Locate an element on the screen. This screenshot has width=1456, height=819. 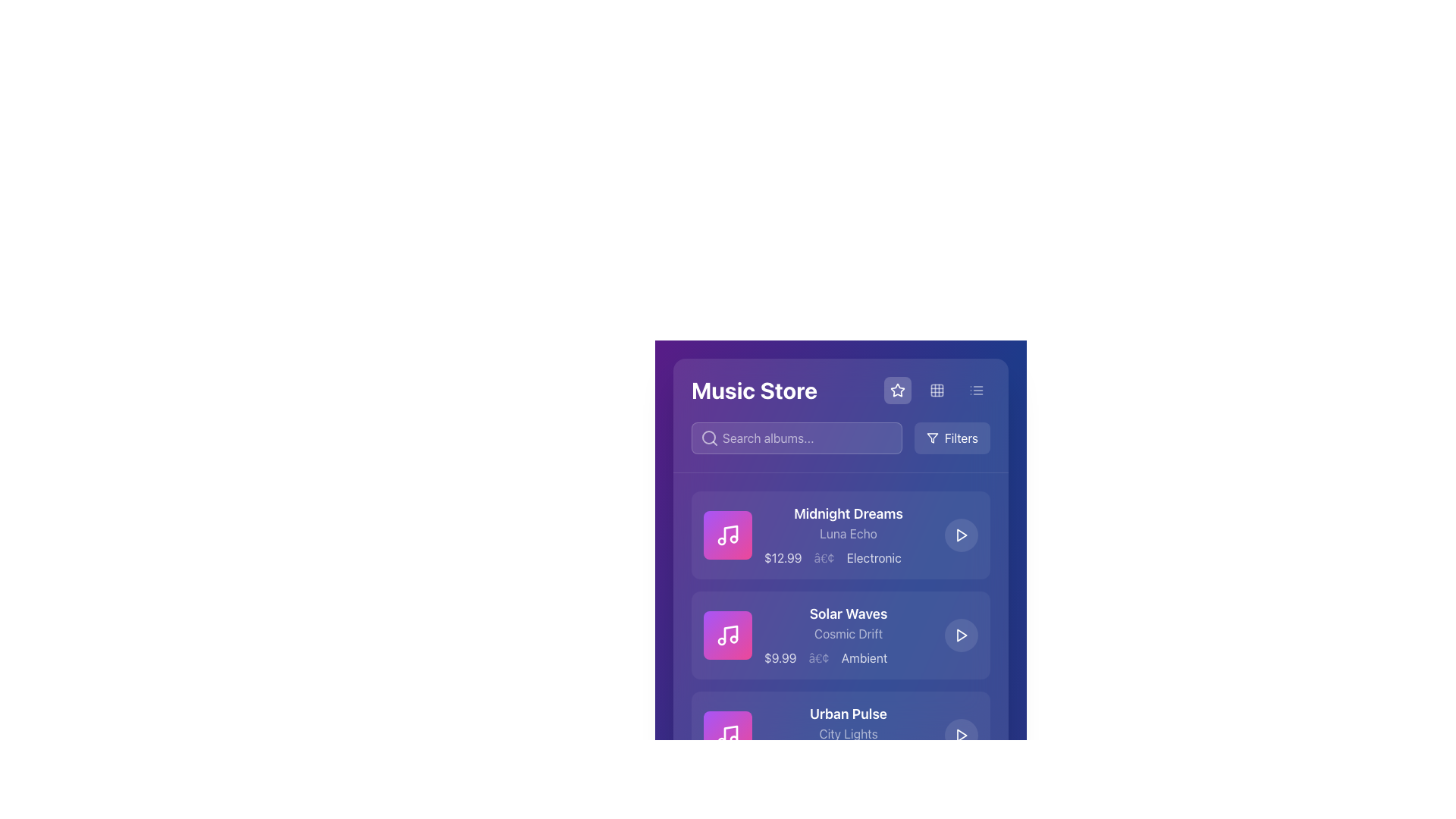
the central circular part of the search icon located inside the magnifying glass representation in the search bar is located at coordinates (708, 438).